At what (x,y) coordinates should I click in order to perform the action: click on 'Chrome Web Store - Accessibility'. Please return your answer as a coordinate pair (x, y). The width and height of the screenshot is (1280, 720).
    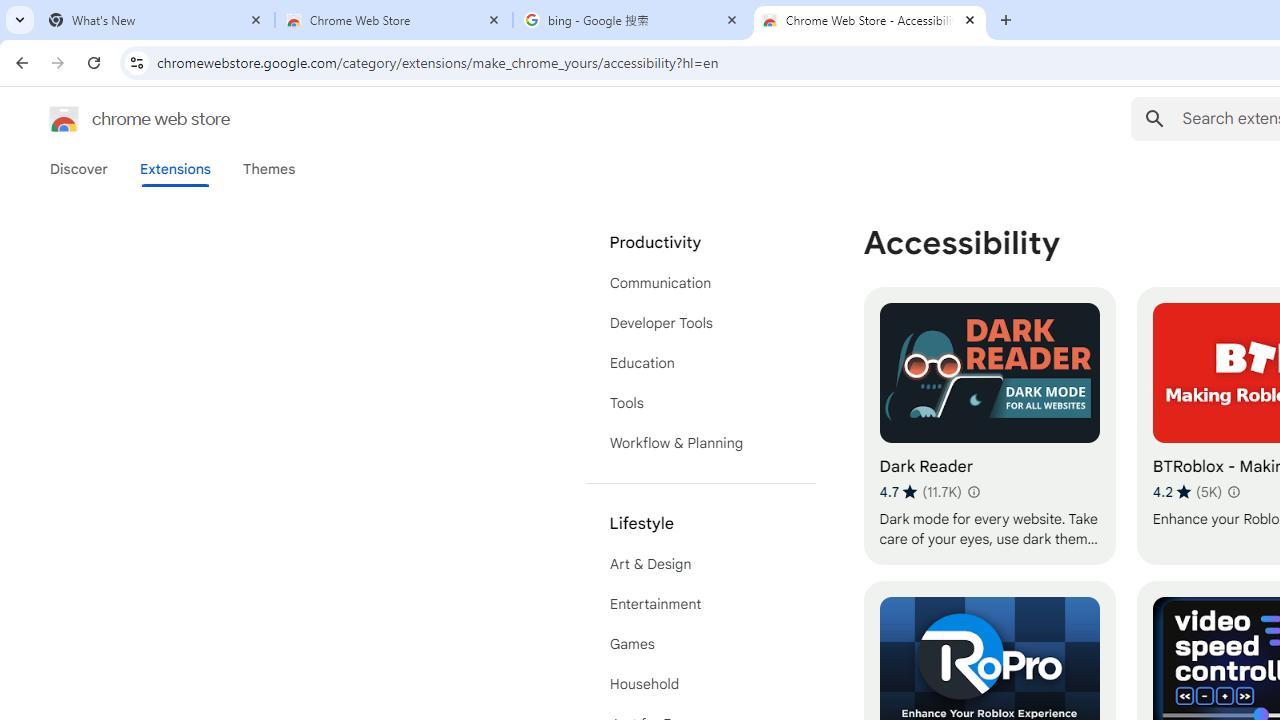
    Looking at the image, I should click on (870, 20).